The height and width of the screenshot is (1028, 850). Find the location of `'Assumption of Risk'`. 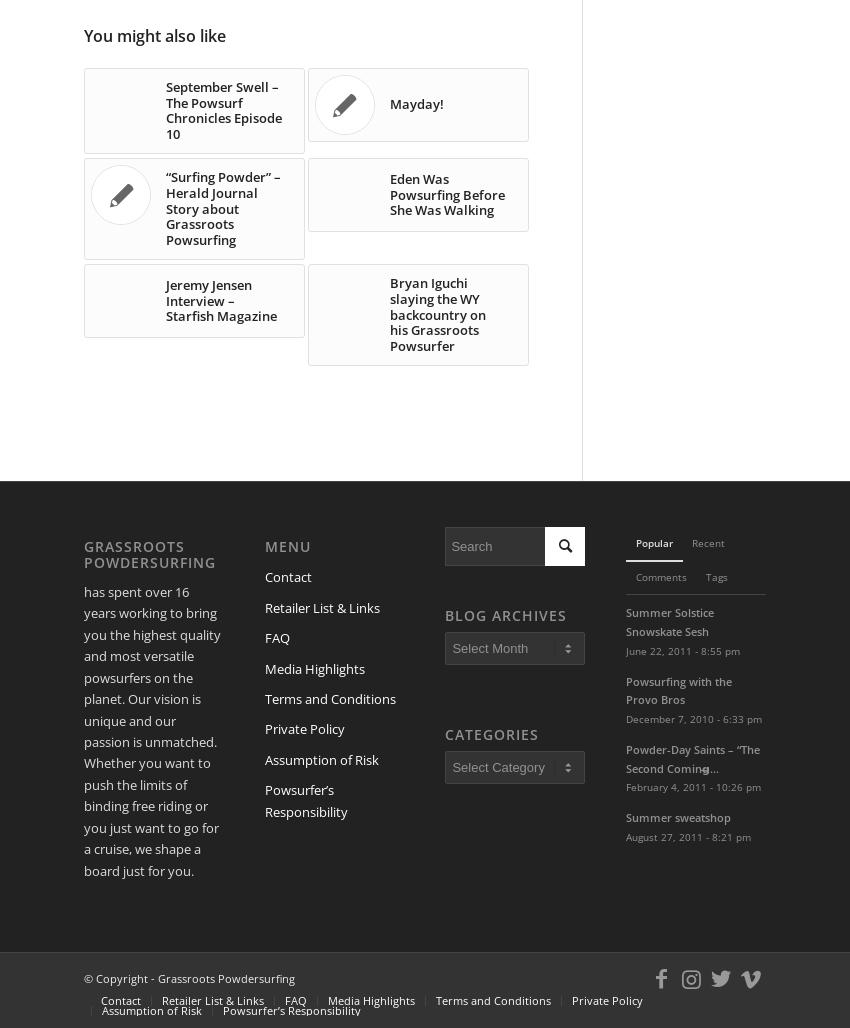

'Assumption of Risk' is located at coordinates (320, 757).